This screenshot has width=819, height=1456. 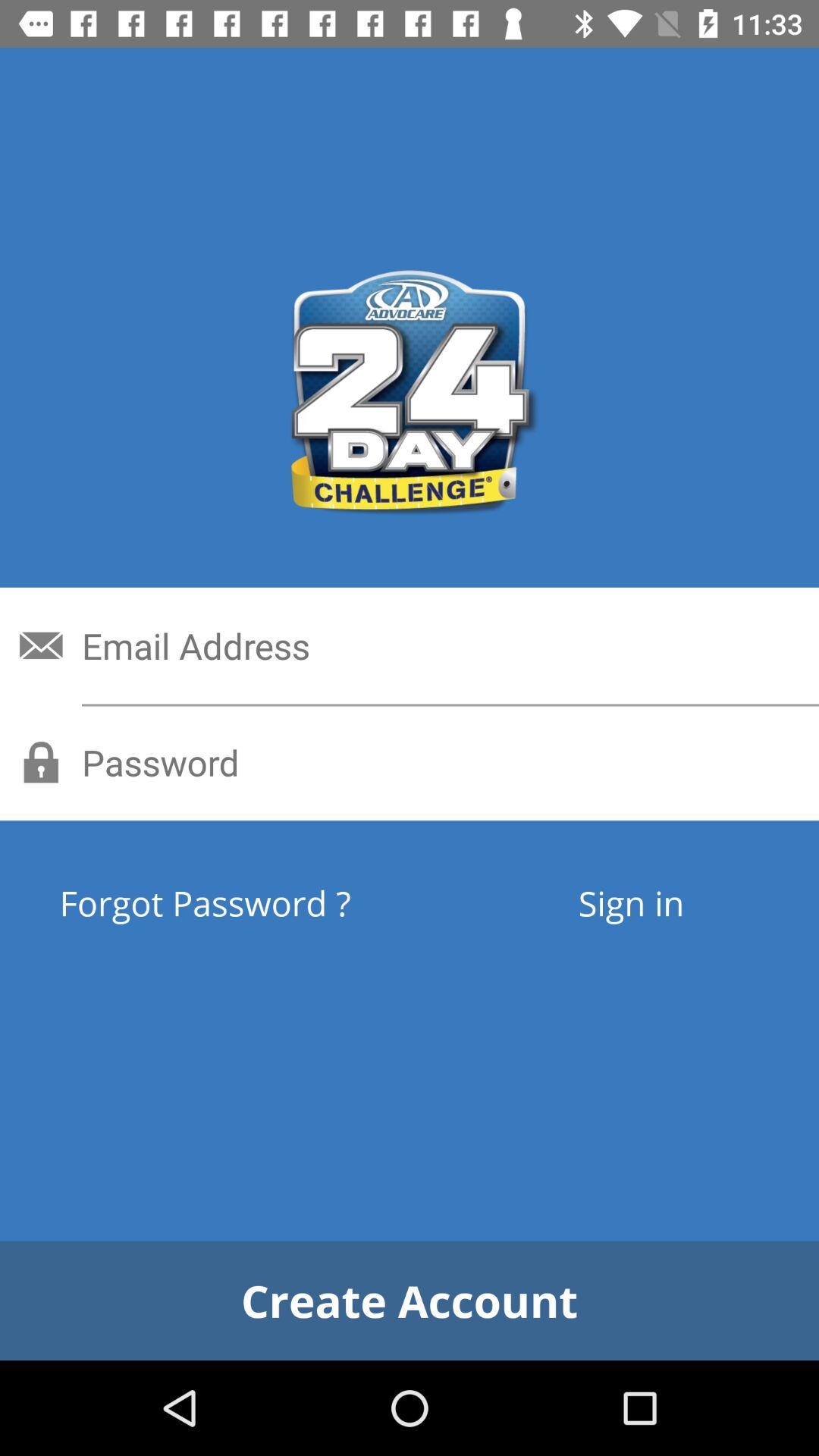 What do you see at coordinates (631, 902) in the screenshot?
I see `item next to forgot password ?` at bounding box center [631, 902].